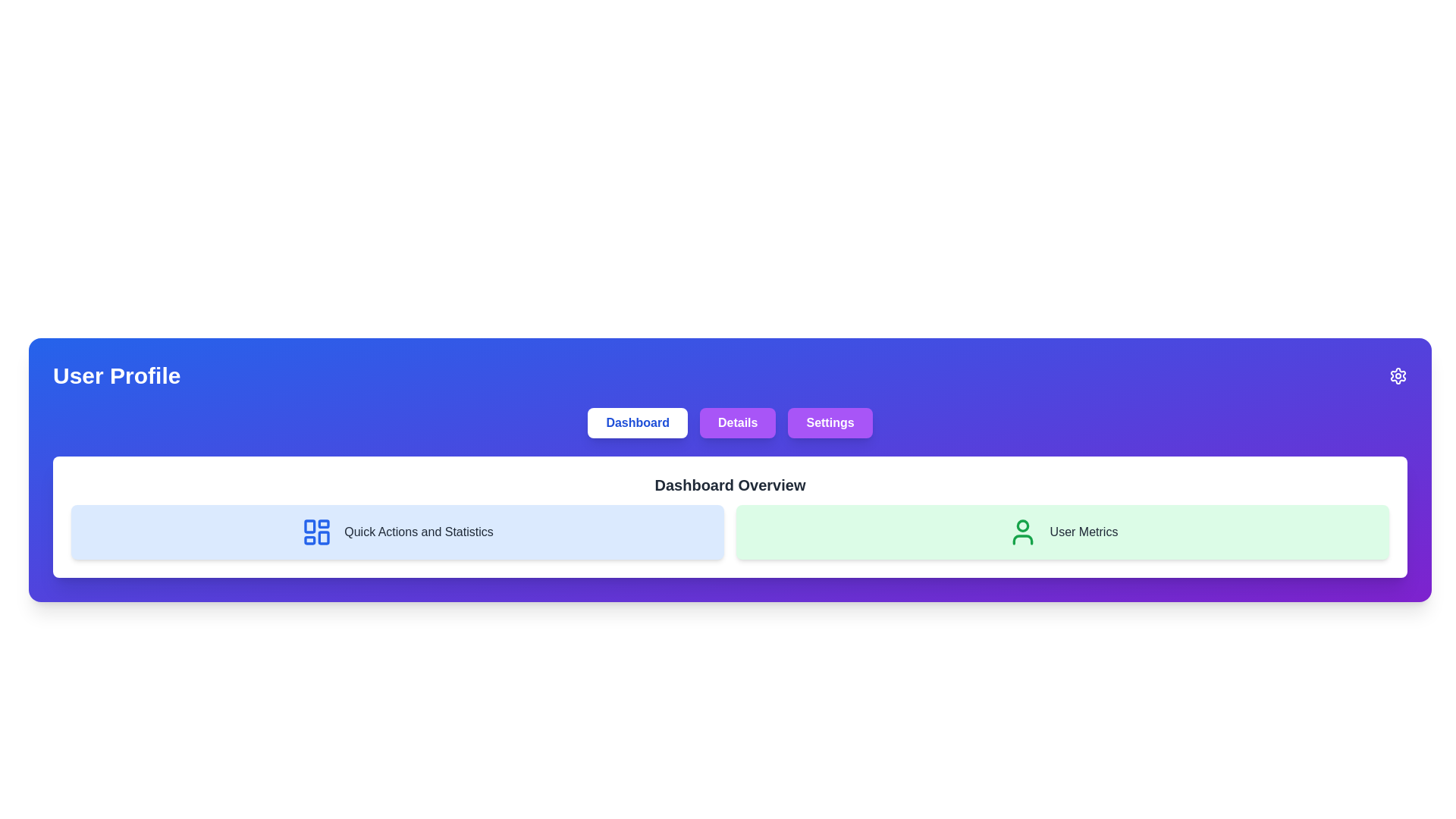 The image size is (1456, 819). I want to click on the Text Label that serves as a header or title for the section below the navigation bar, so click(730, 485).